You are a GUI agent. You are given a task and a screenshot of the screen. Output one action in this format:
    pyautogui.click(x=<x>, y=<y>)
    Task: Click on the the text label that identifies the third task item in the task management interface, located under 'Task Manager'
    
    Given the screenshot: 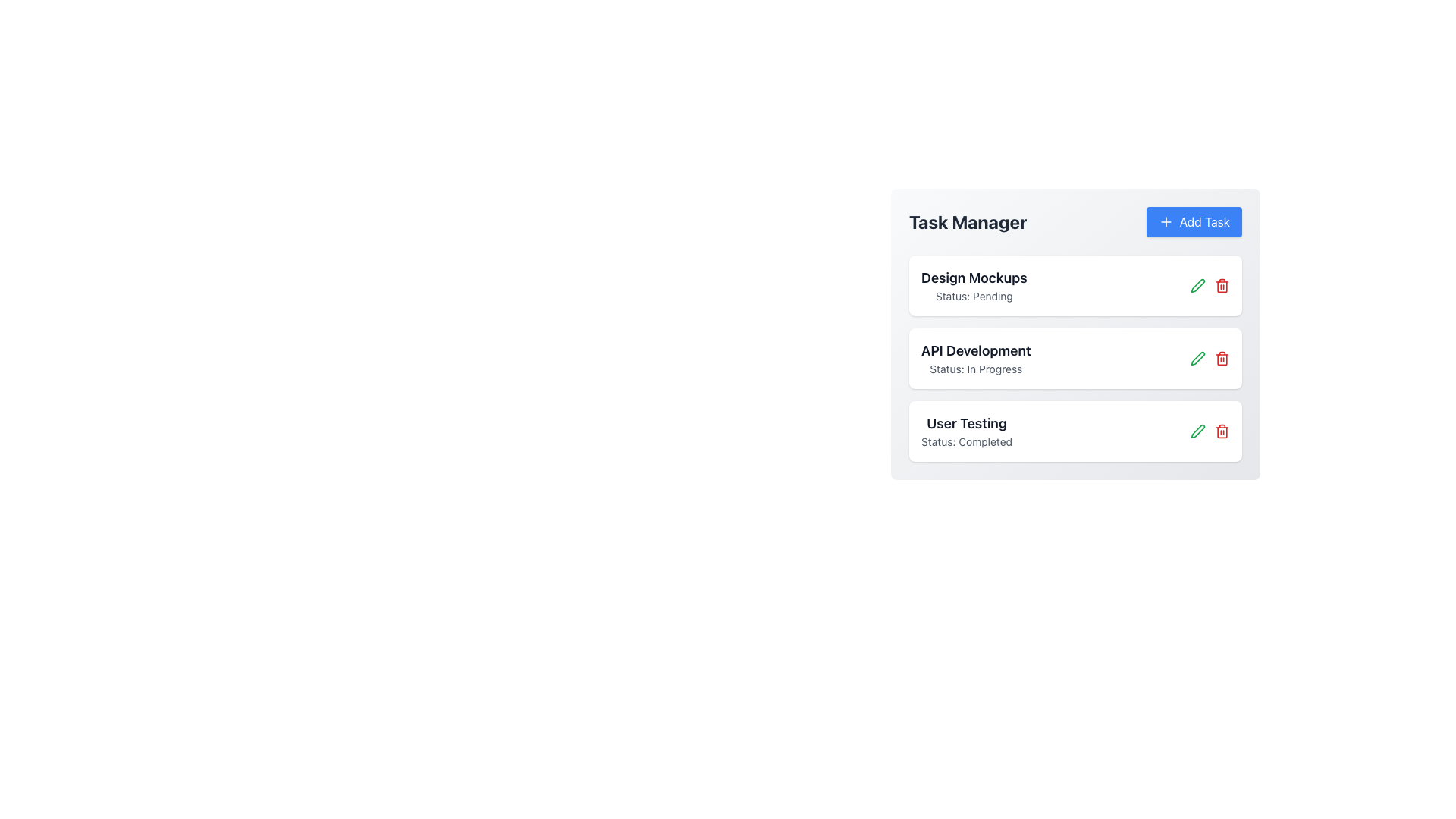 What is the action you would take?
    pyautogui.click(x=966, y=424)
    